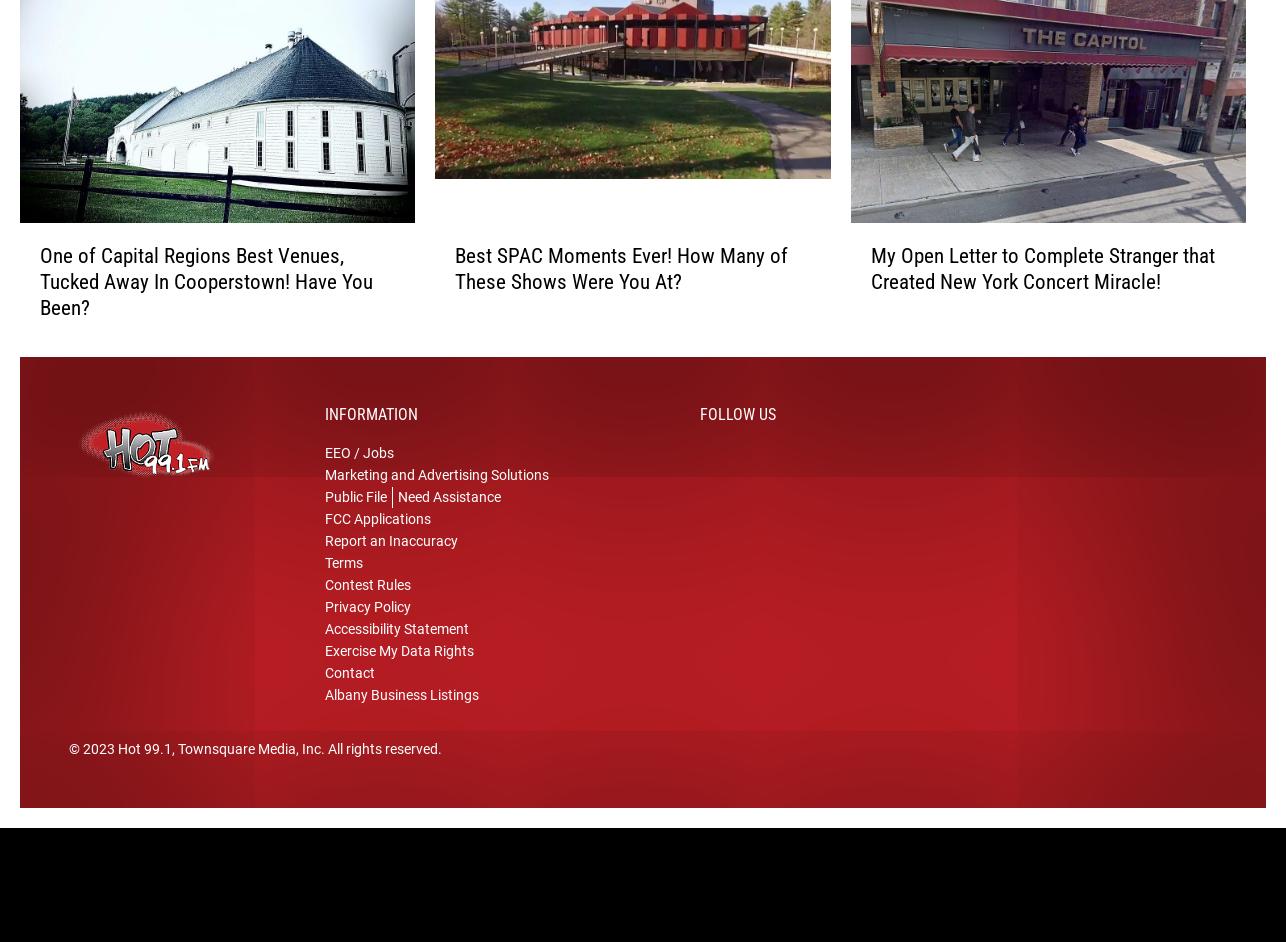 Image resolution: width=1286 pixels, height=942 pixels. What do you see at coordinates (398, 677) in the screenshot?
I see `'Exercise My Data Rights'` at bounding box center [398, 677].